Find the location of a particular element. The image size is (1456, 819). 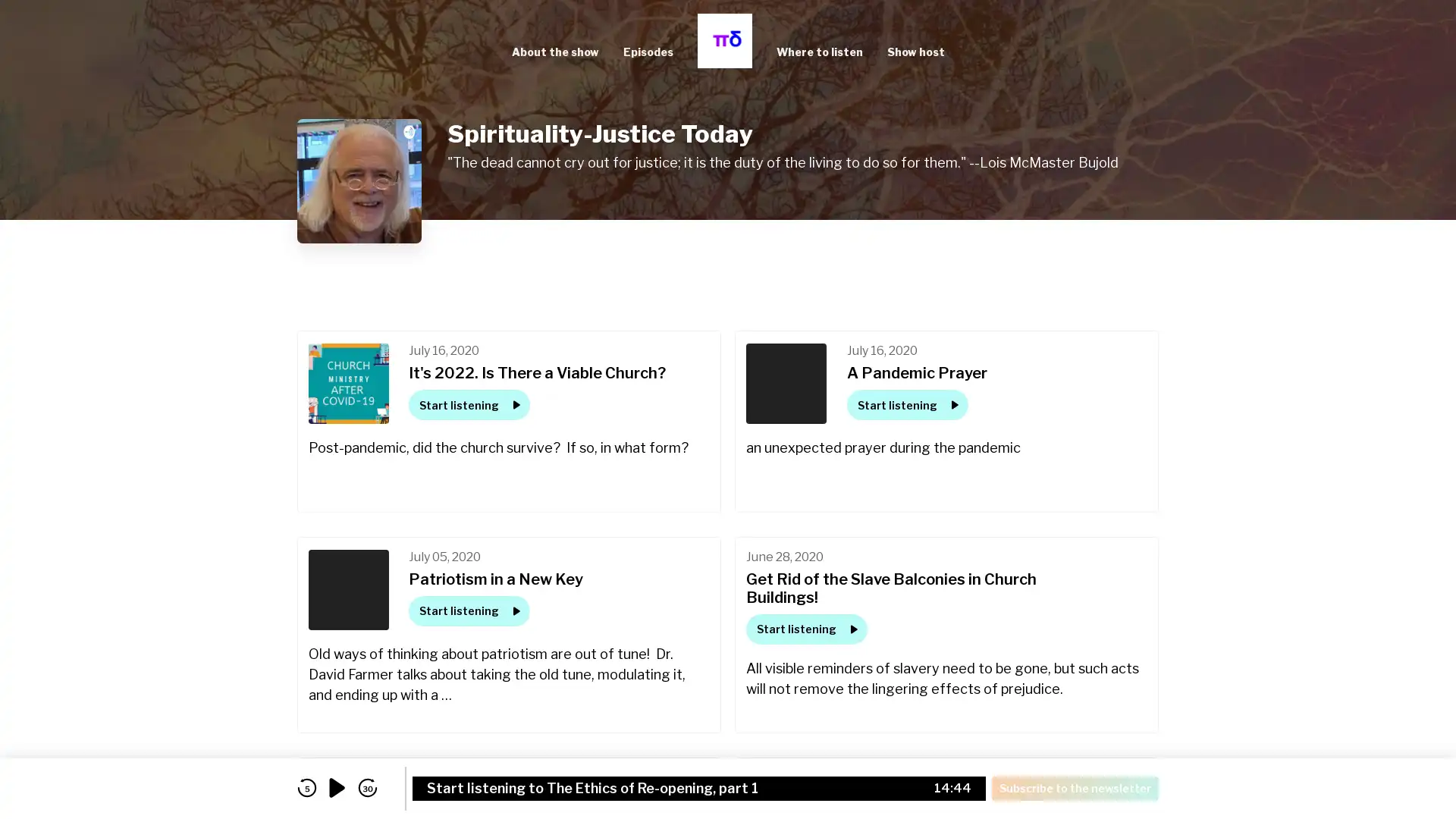

Start listening is located at coordinates (906, 403).